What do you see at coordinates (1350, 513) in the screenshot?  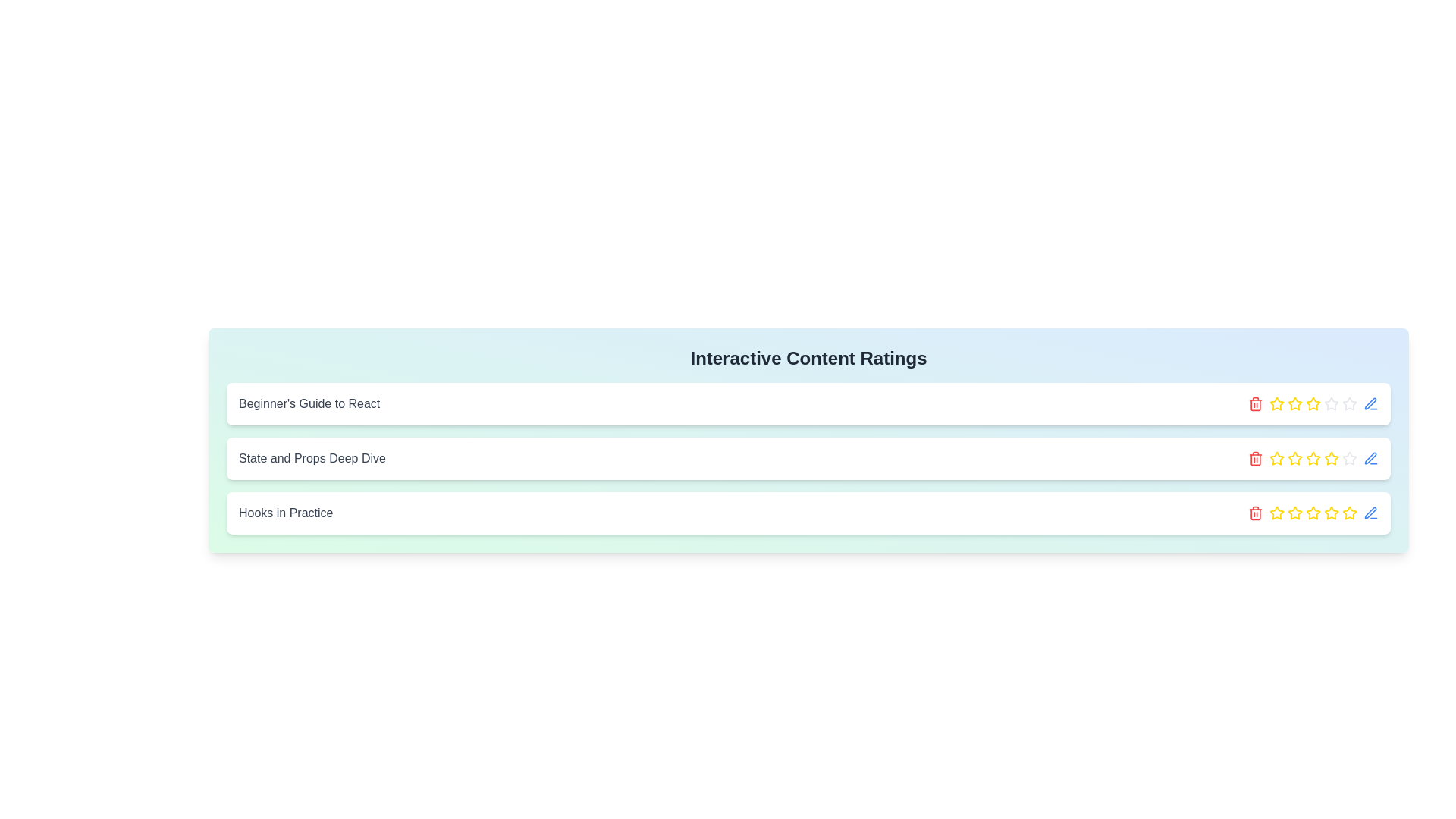 I see `the fifth star in the five-star rating system located on the right side of the 'Hooks in Practice' item` at bounding box center [1350, 513].